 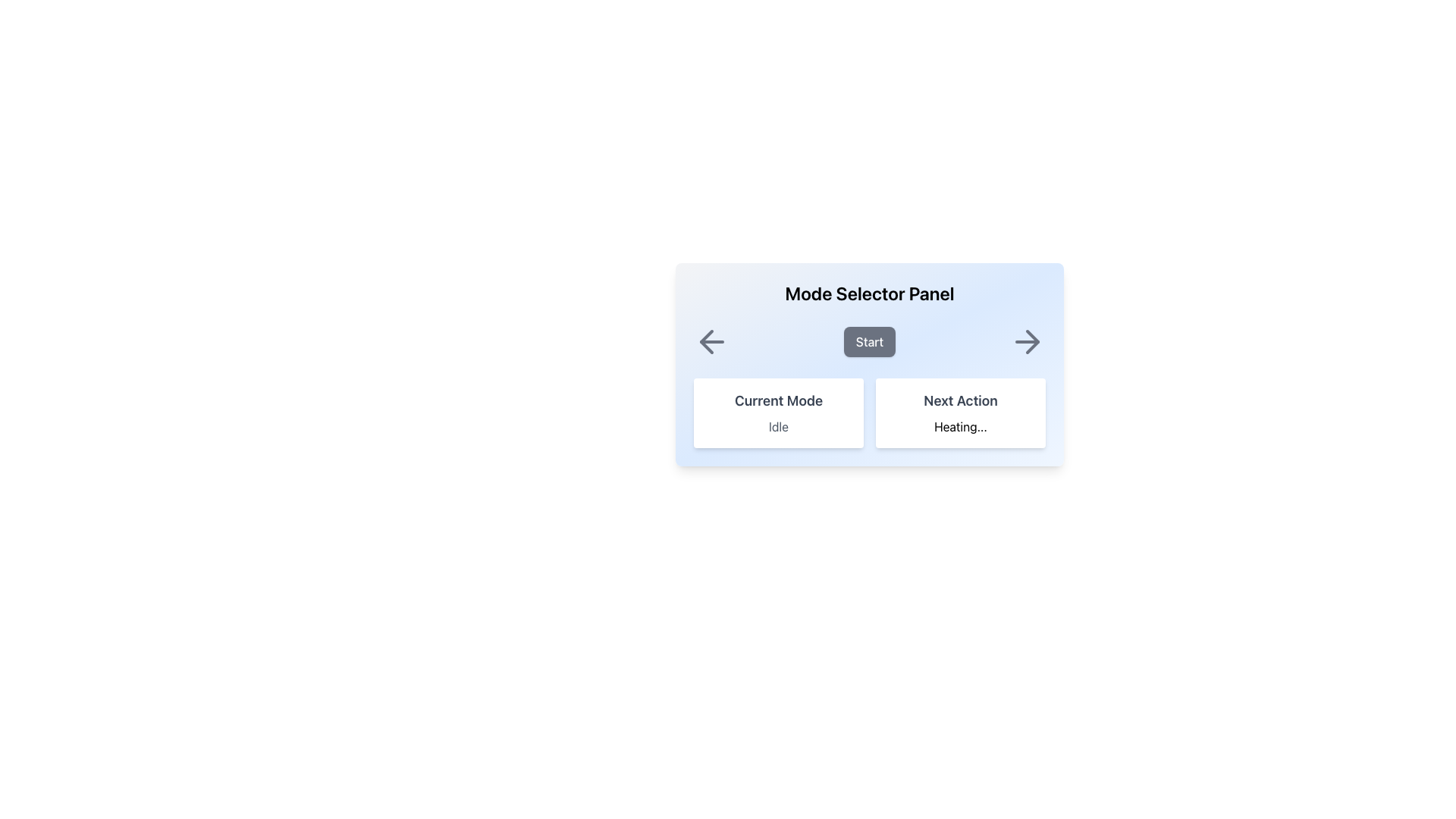 I want to click on the text label indicating the system's upcoming action or status, labeled 'Heating...', which is located below the 'Next Action' label in the panel layout, so click(x=960, y=427).